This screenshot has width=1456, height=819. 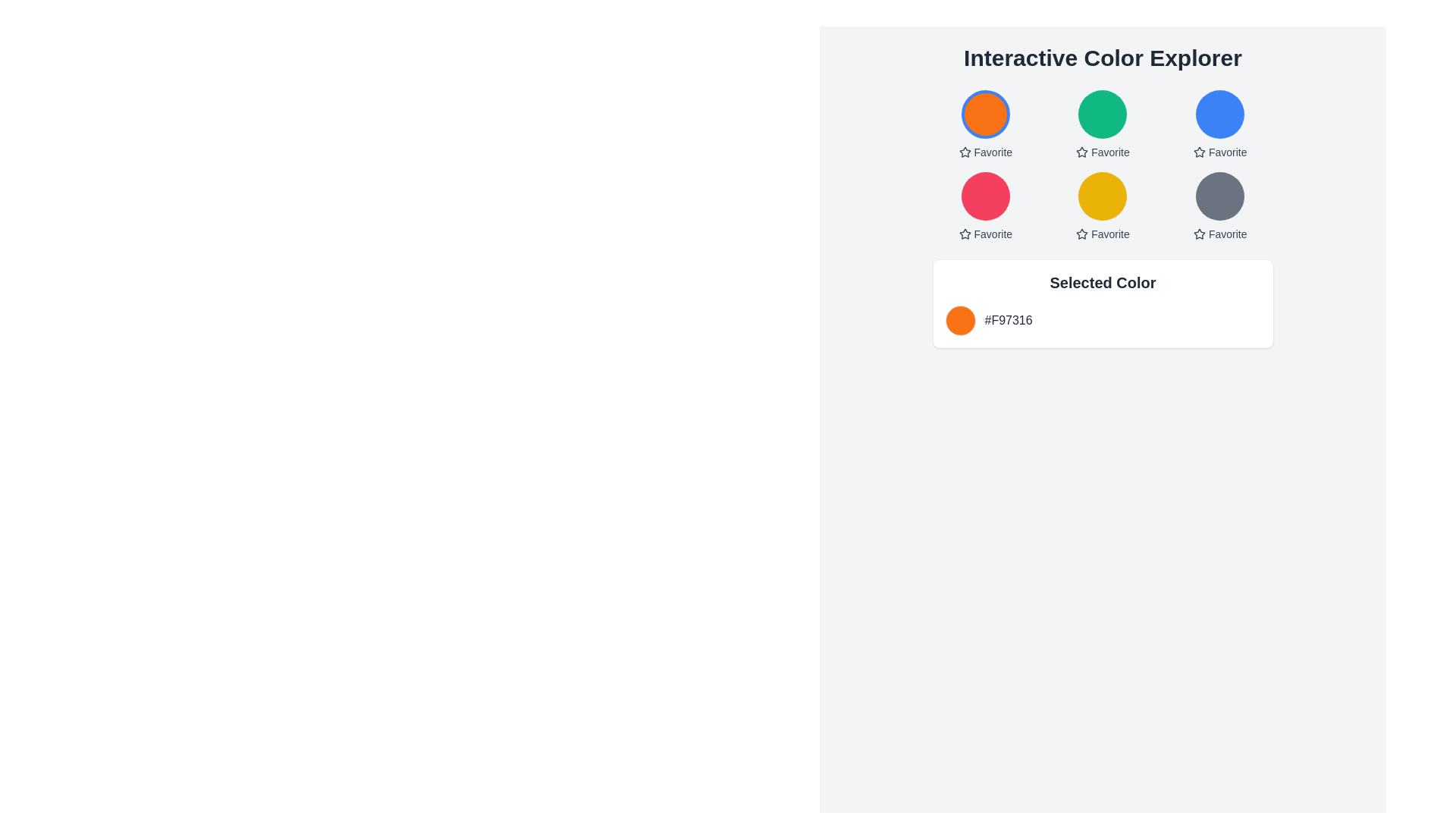 I want to click on the Favorite icon located to the left of the 'Favorite' label, so click(x=1081, y=234).